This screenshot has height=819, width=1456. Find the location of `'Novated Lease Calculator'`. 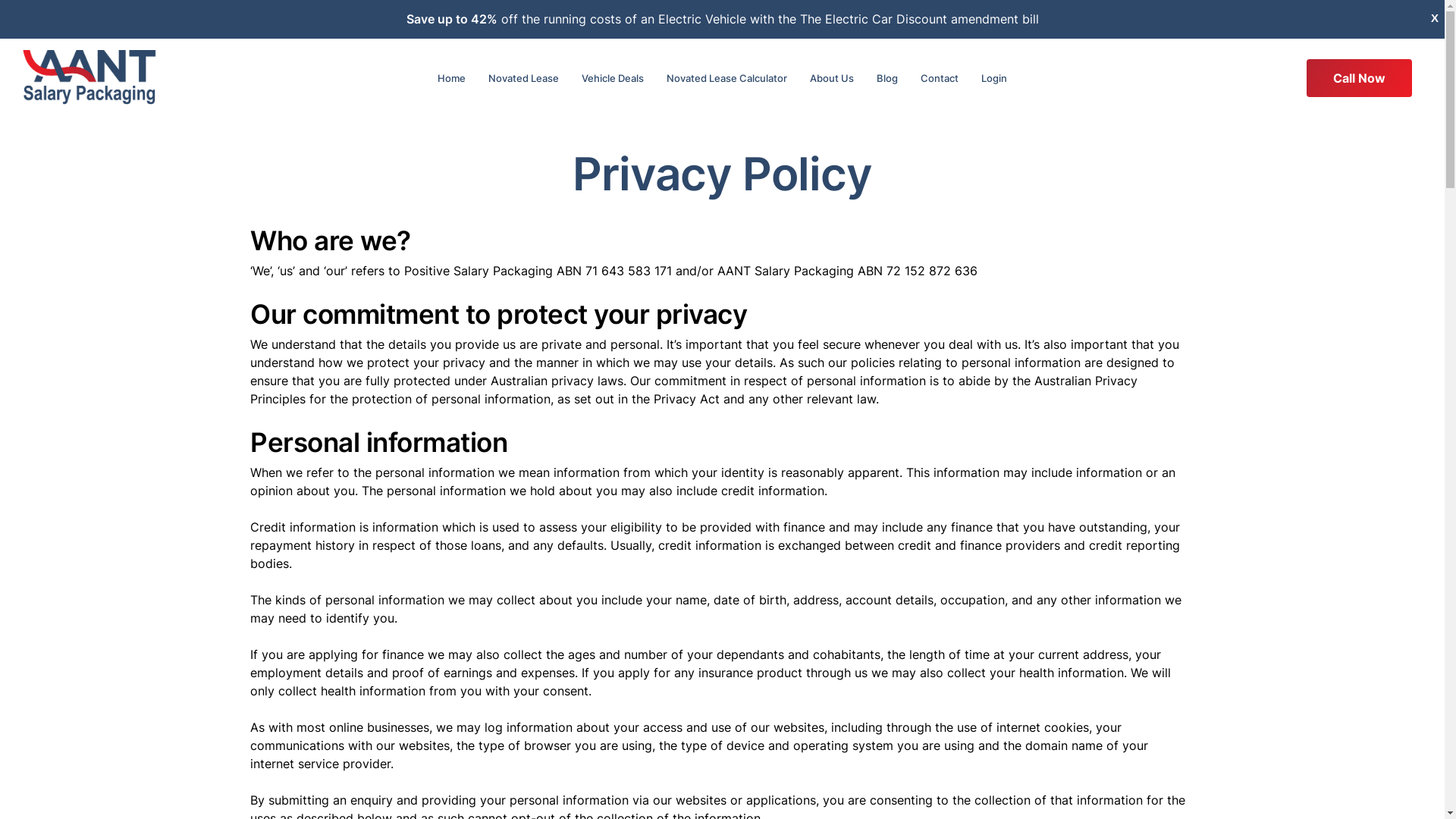

'Novated Lease Calculator' is located at coordinates (655, 78).